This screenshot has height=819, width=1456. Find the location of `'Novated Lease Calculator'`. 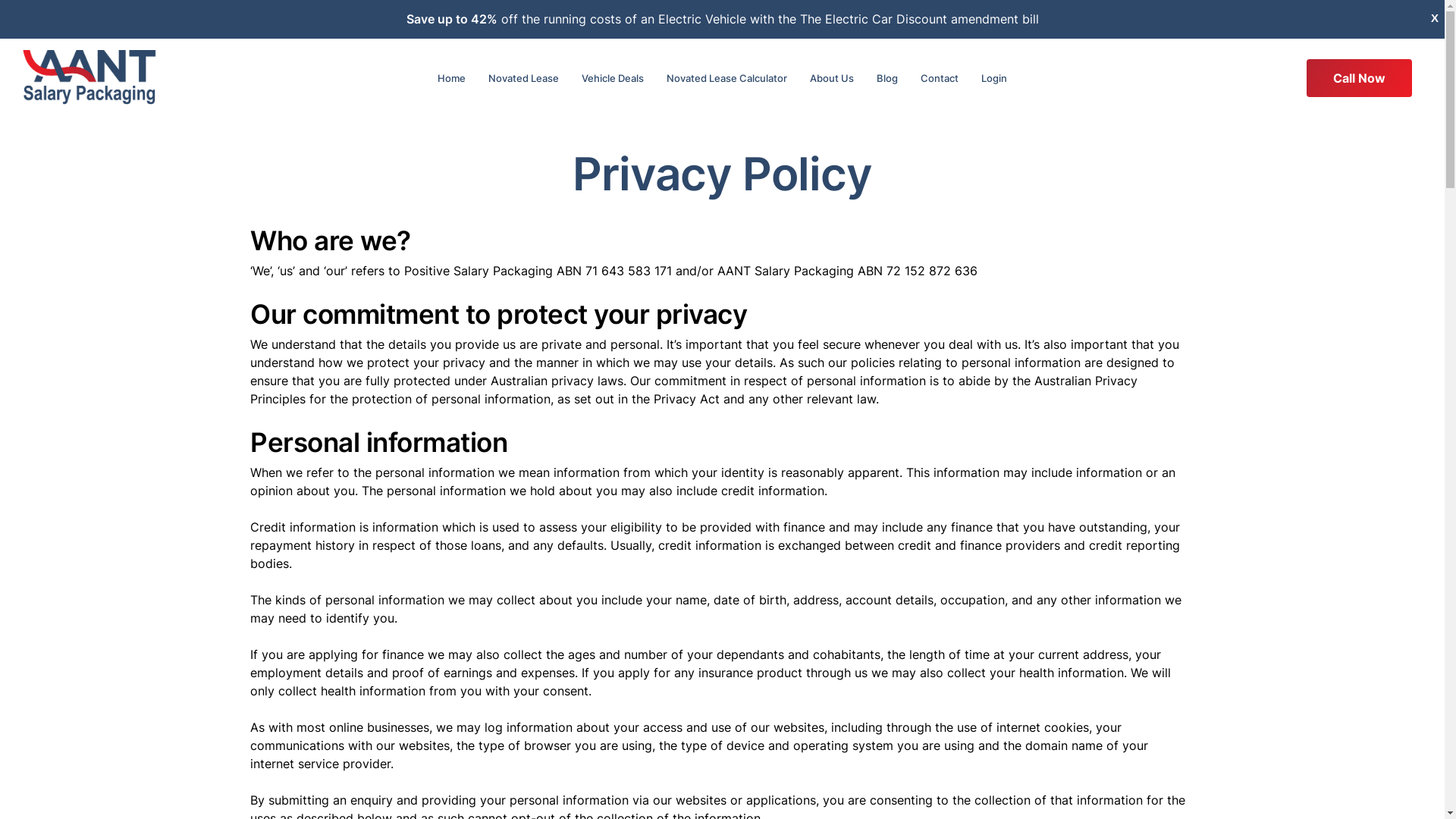

'Novated Lease Calculator' is located at coordinates (655, 78).